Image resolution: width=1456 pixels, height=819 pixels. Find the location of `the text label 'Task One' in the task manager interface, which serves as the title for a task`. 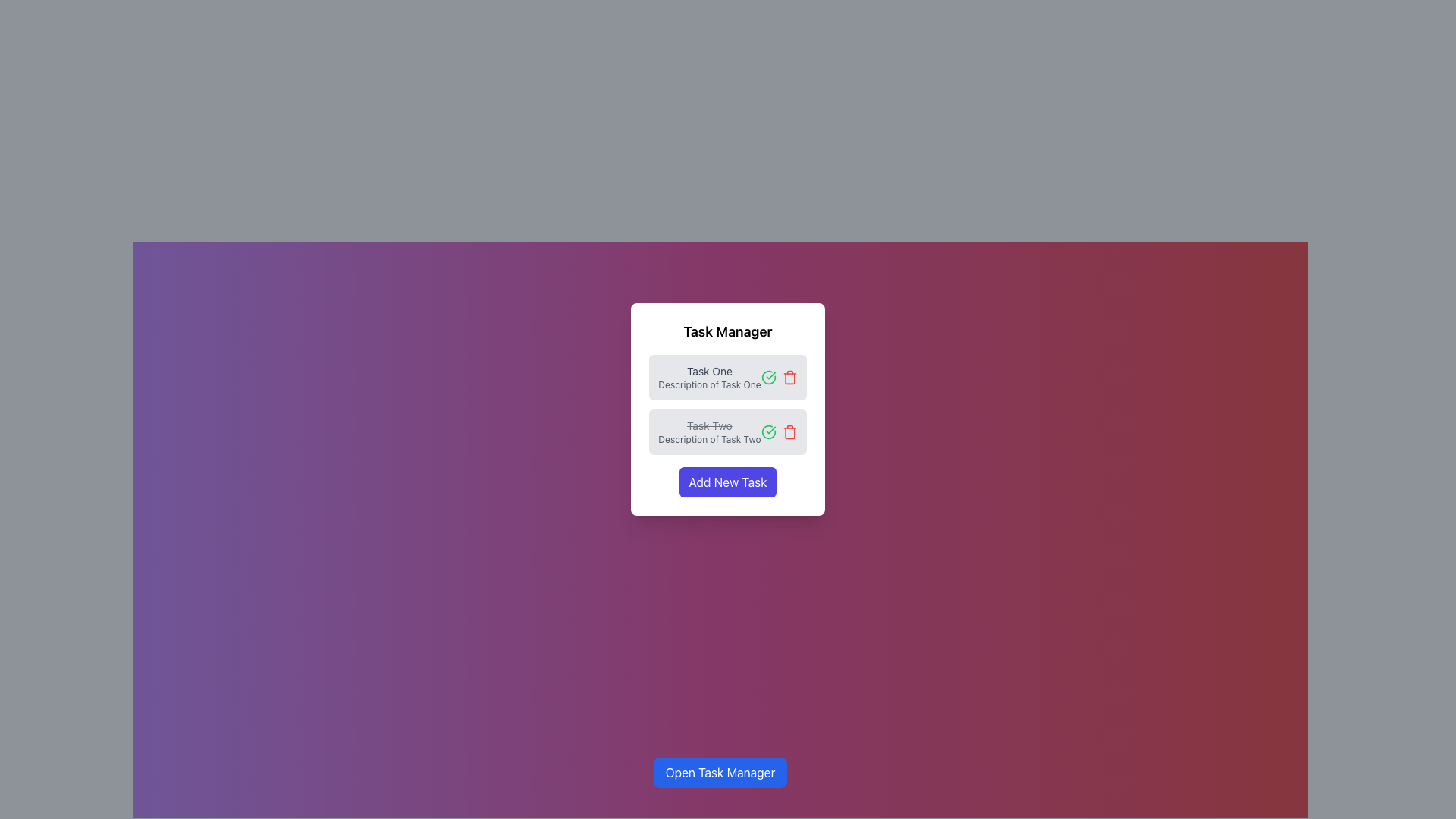

the text label 'Task One' in the task manager interface, which serves as the title for a task is located at coordinates (709, 371).